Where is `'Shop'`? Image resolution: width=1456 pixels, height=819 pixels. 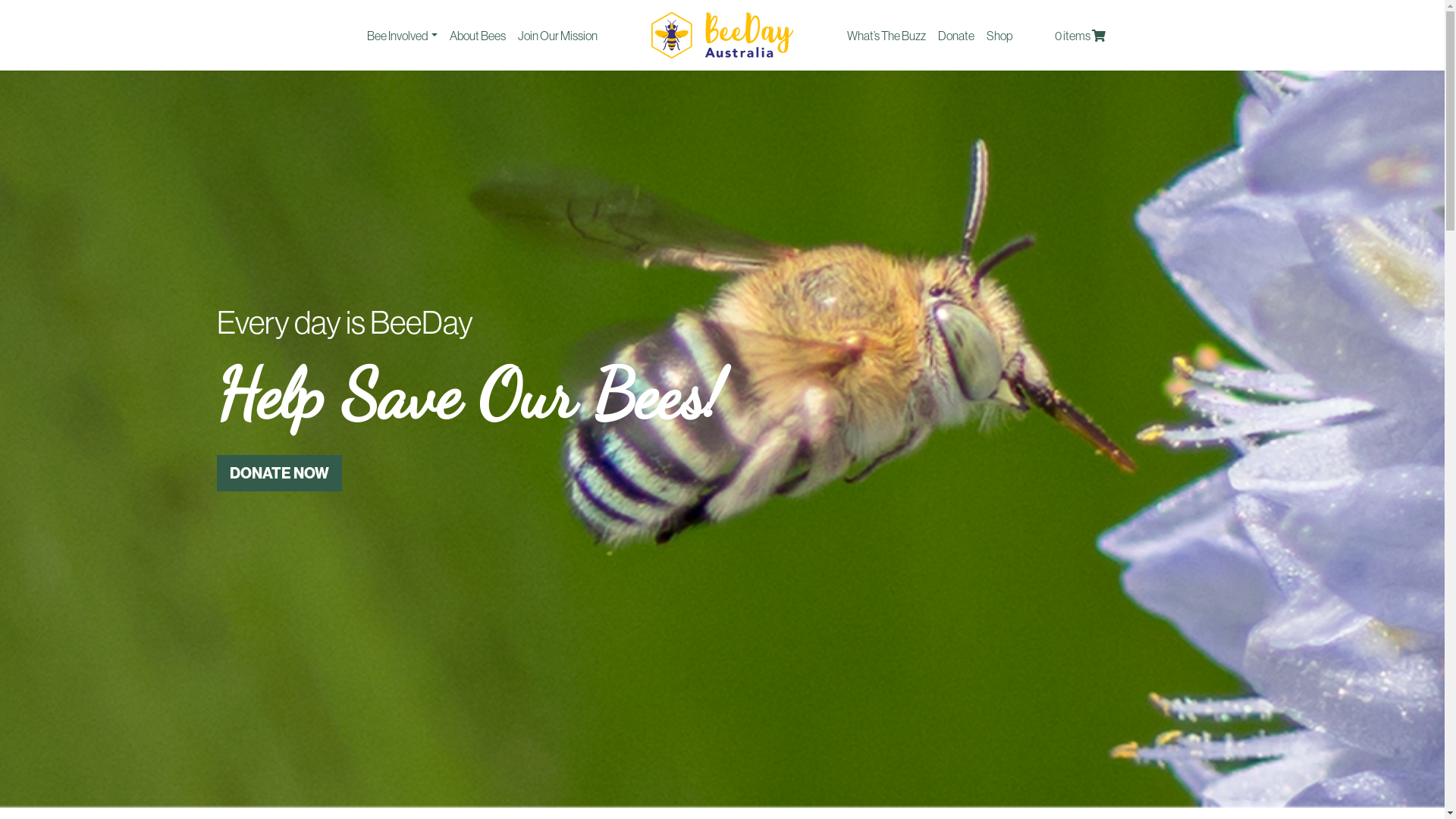 'Shop' is located at coordinates (999, 34).